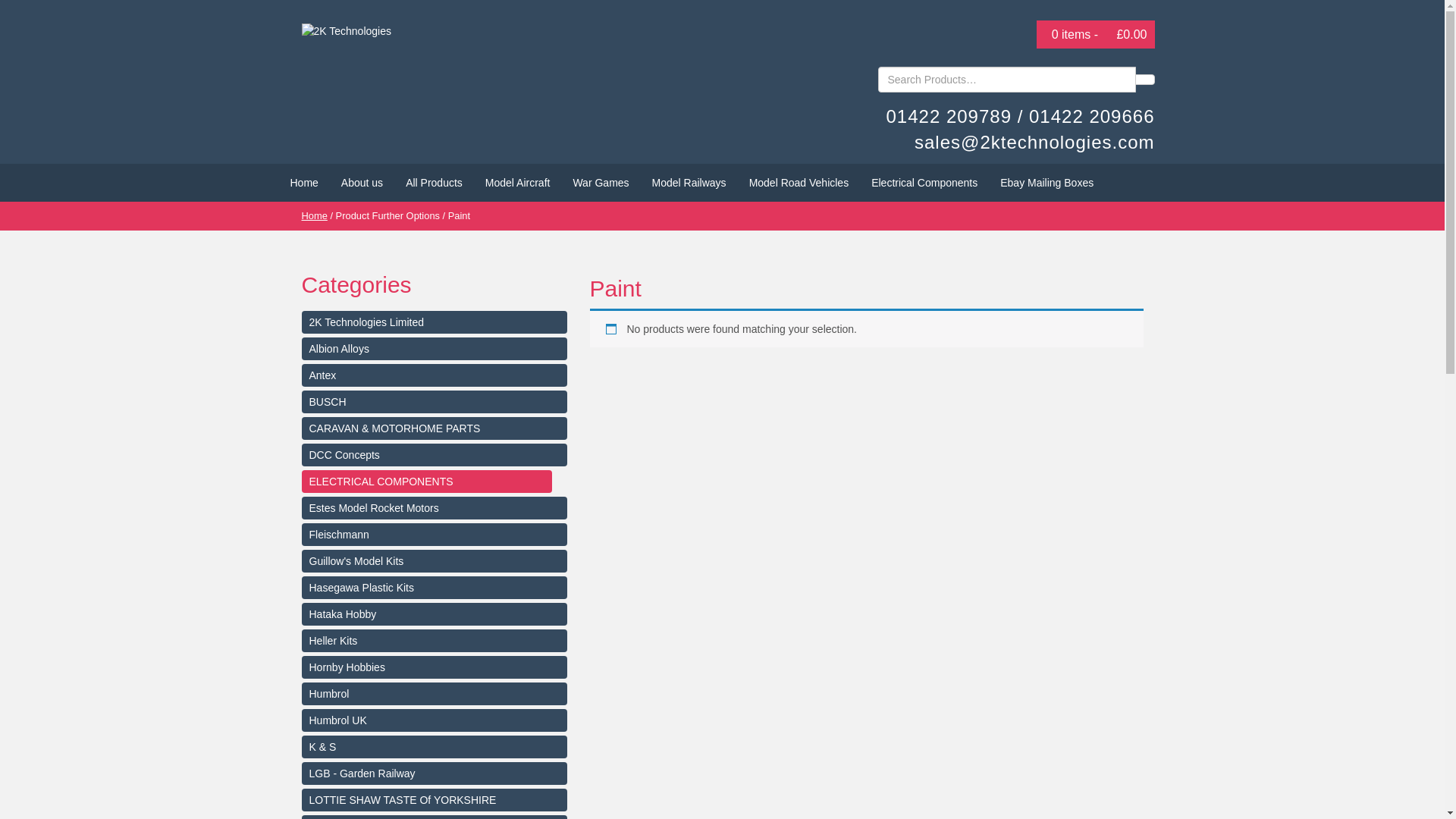  I want to click on 'Albion Alloys', so click(433, 348).